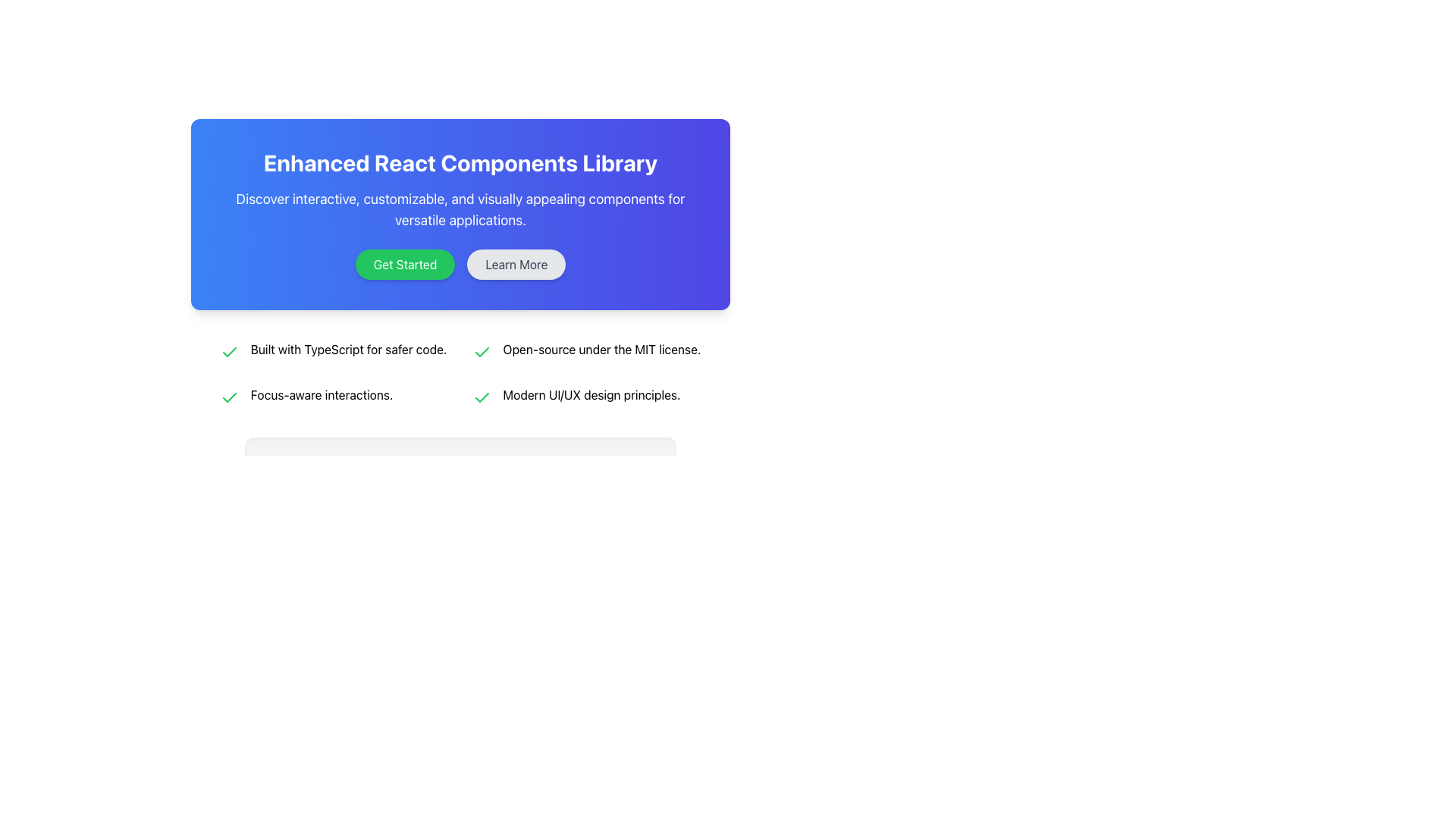 The height and width of the screenshot is (819, 1456). What do you see at coordinates (481, 353) in the screenshot?
I see `the green checkmark icon that is centrally aligned next to the text 'Open-source under the MIT license.'` at bounding box center [481, 353].